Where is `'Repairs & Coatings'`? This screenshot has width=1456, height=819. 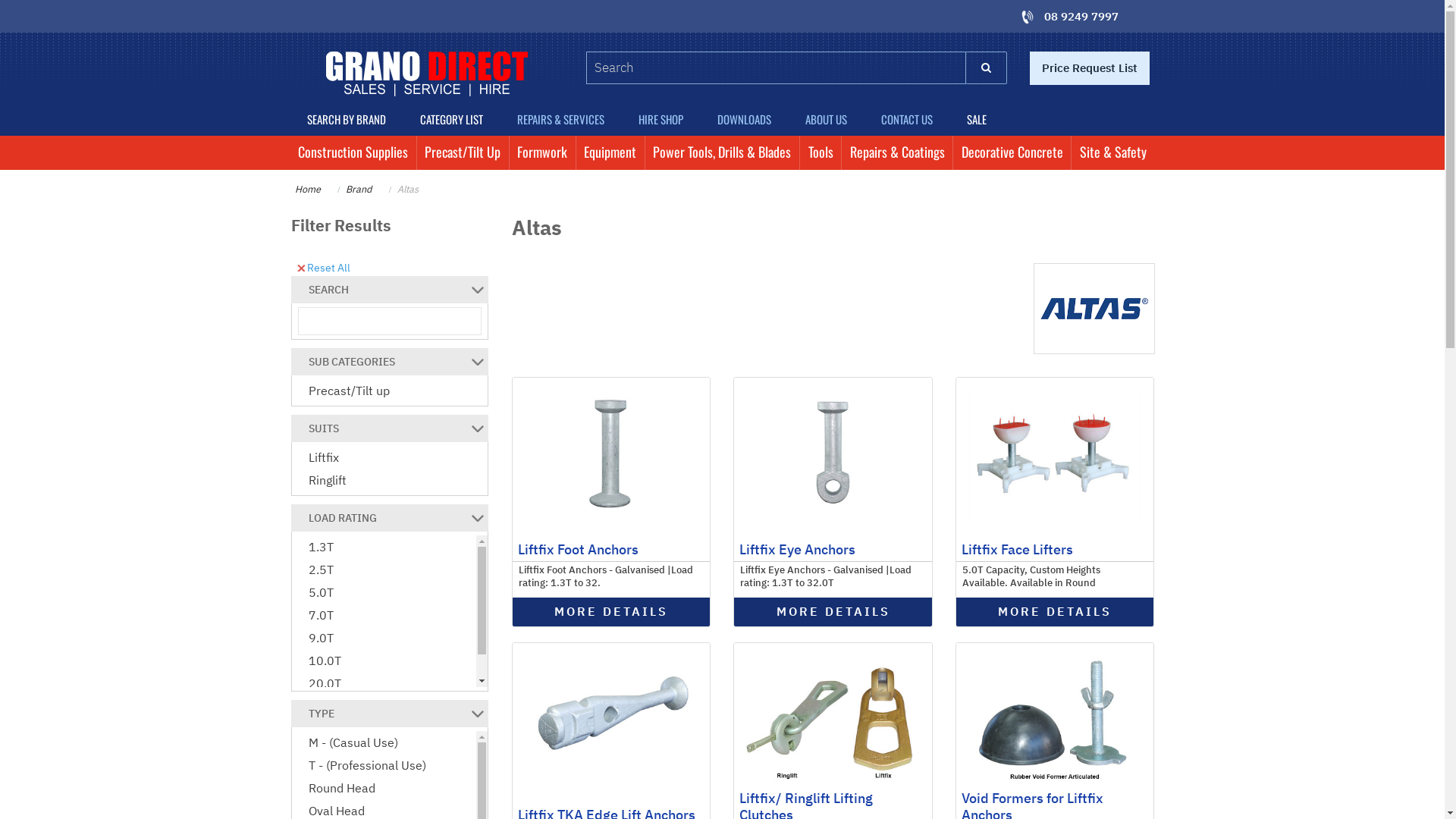 'Repairs & Coatings' is located at coordinates (896, 152).